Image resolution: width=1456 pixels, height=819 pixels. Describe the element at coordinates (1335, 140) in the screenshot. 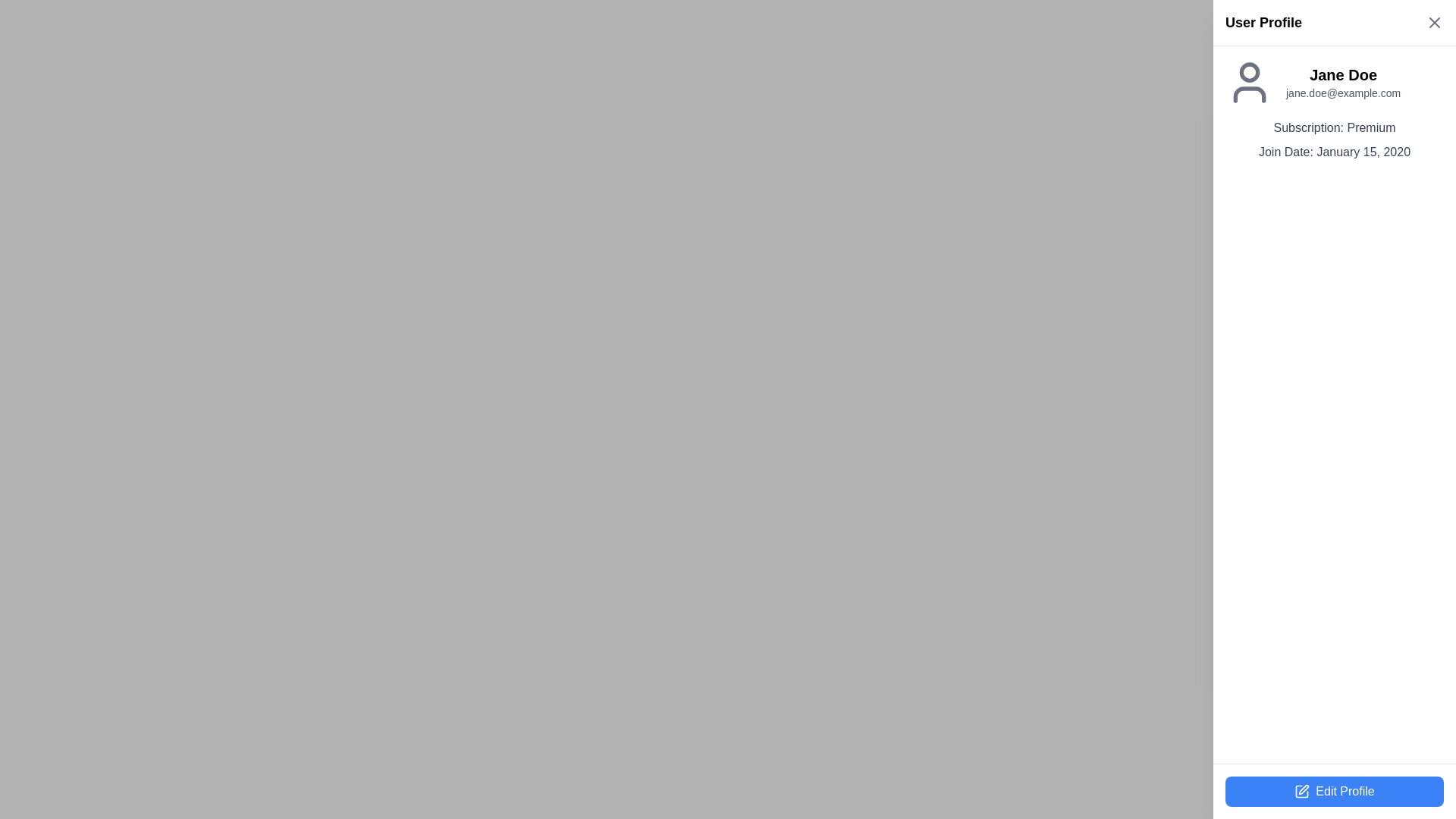

I see `the Text Display that shows the user's subscription level ('Premium') and the date they joined ('January 15, 2020'), located in the middle upper section of the user profile panel` at that location.